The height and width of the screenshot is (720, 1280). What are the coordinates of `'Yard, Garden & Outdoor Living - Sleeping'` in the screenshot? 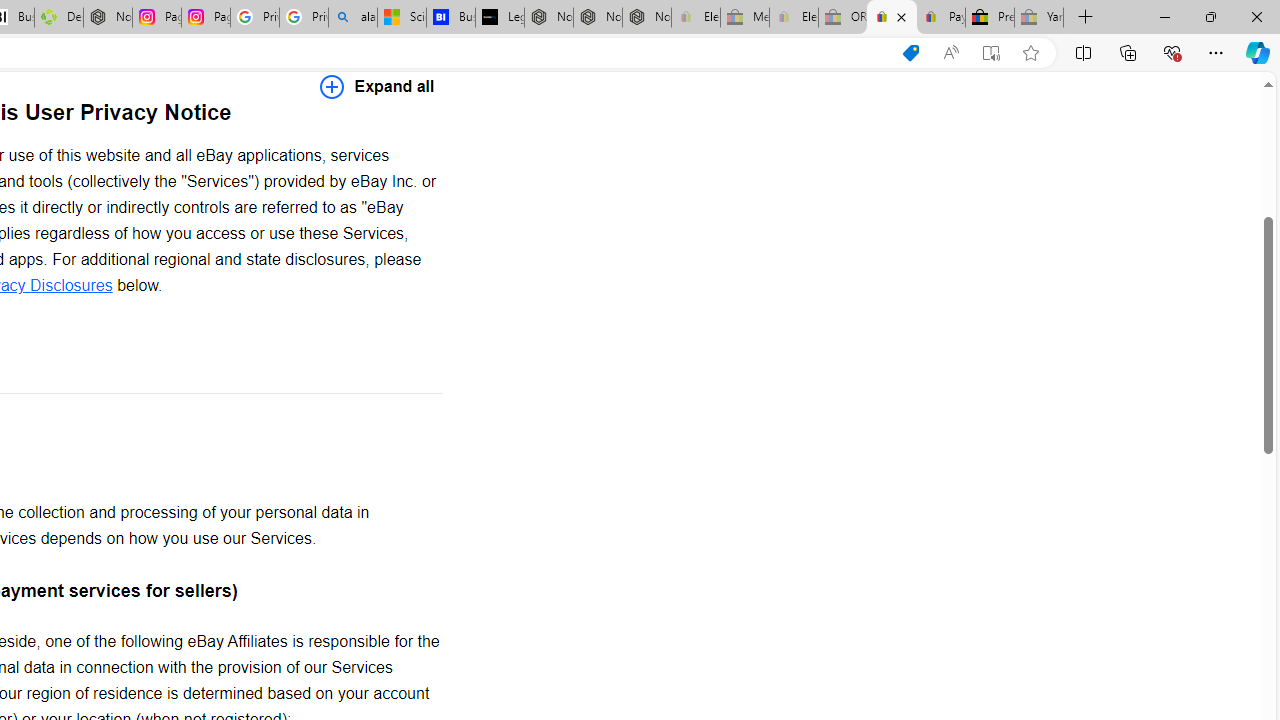 It's located at (1039, 17).